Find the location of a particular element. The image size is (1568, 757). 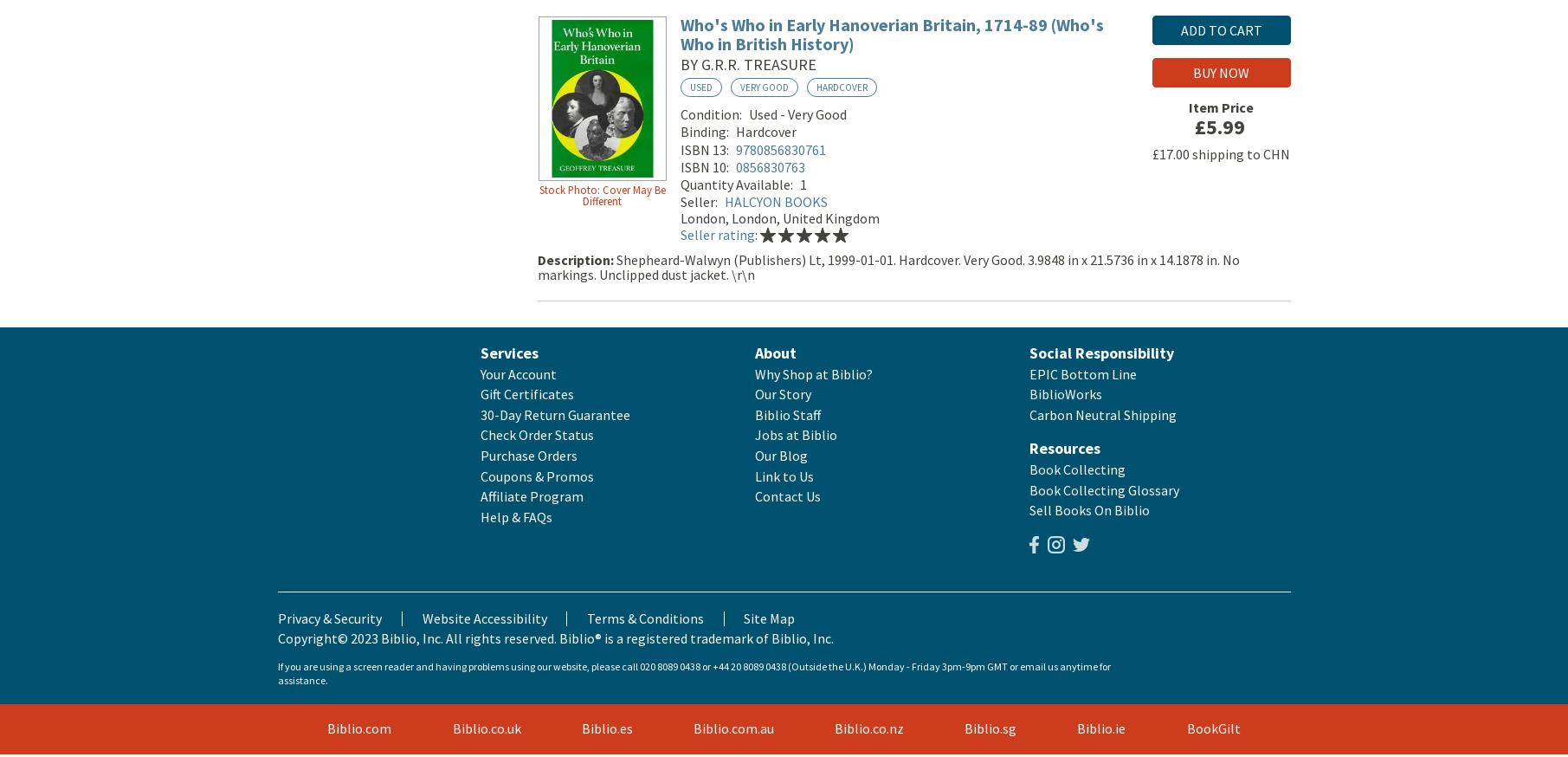

'Sell Books On Biblio' is located at coordinates (1089, 513).